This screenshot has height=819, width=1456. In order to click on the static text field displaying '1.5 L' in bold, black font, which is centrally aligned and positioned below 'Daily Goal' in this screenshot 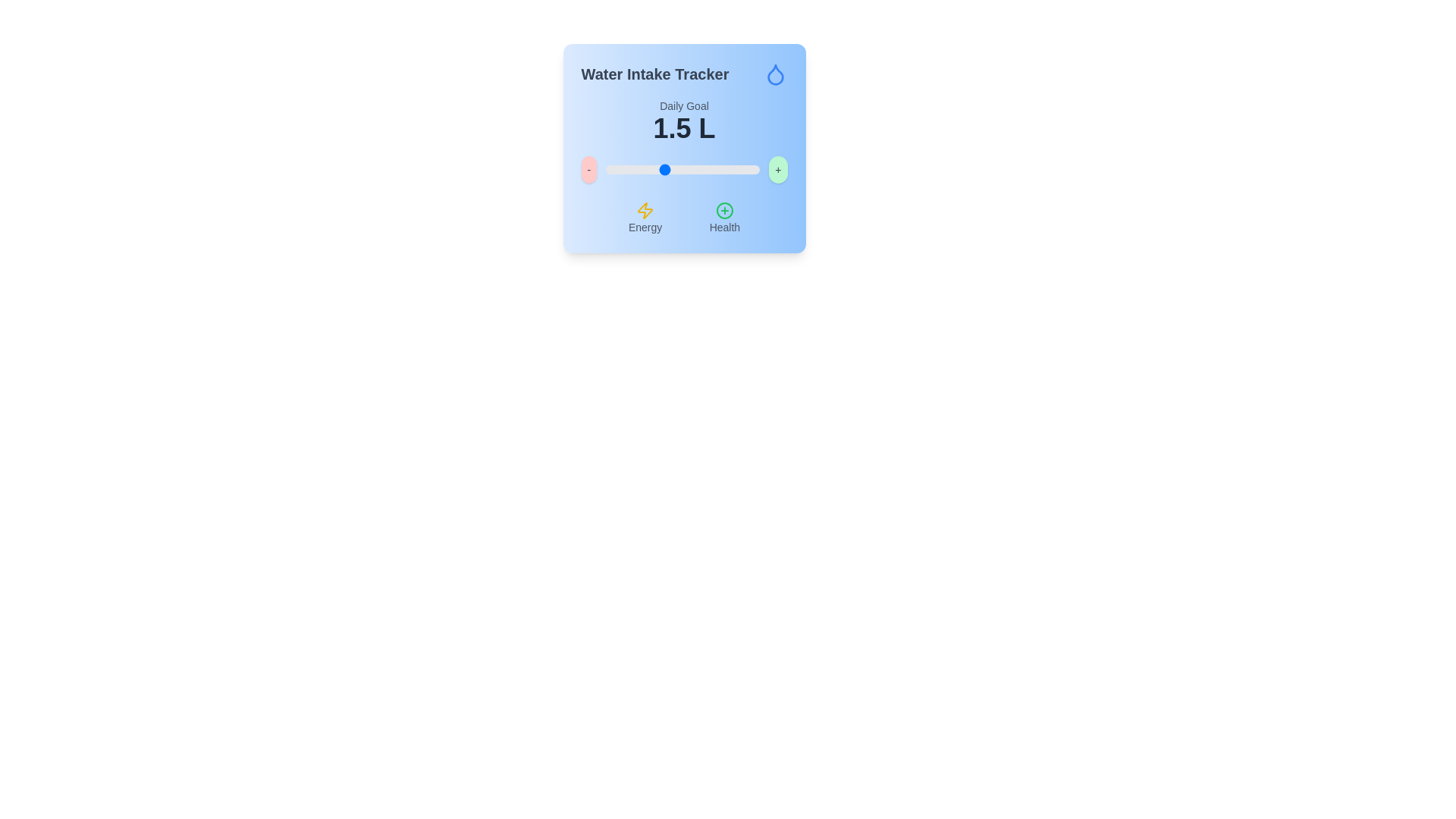, I will do `click(683, 127)`.